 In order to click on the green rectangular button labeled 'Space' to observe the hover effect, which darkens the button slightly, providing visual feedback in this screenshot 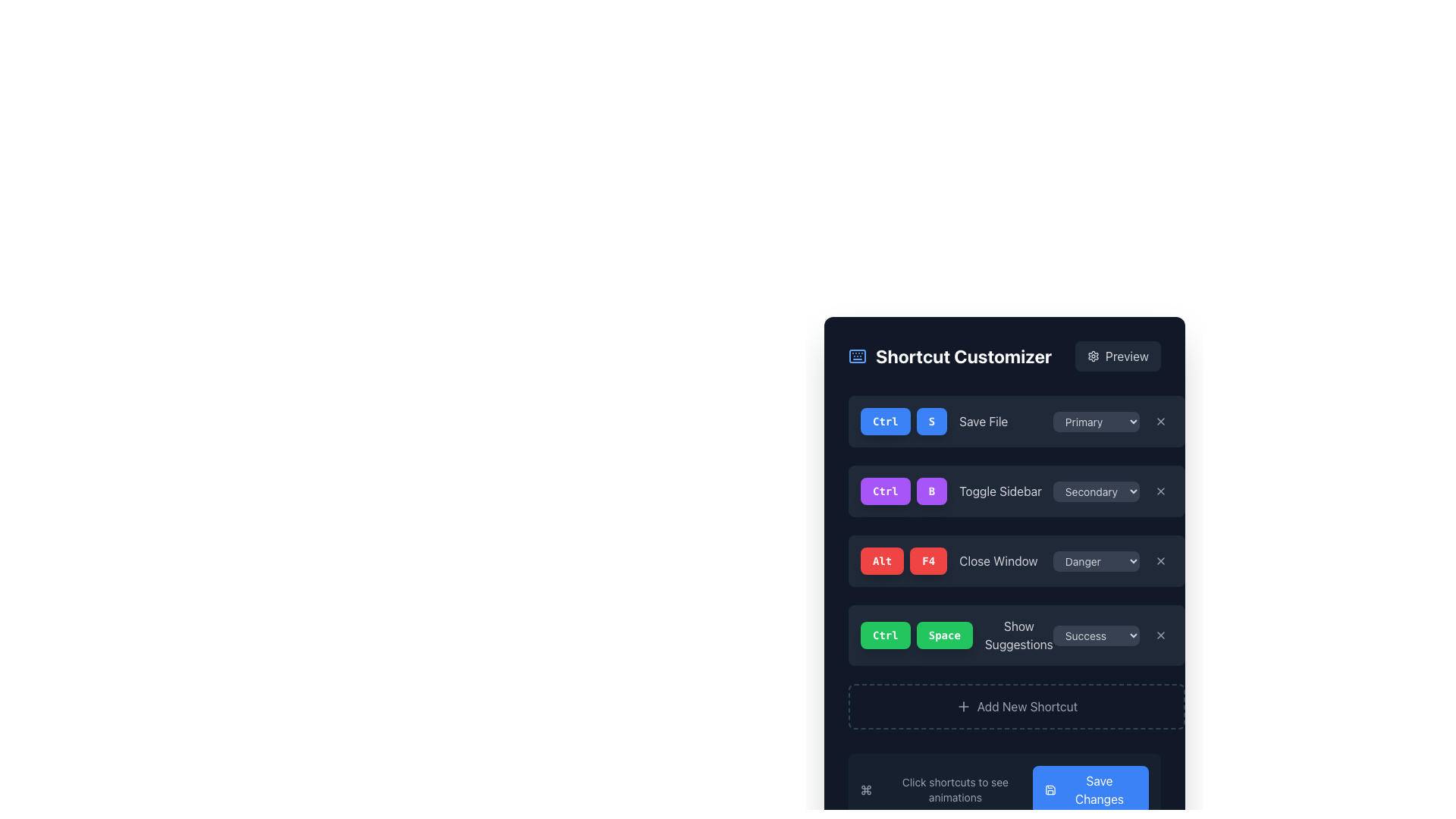, I will do `click(943, 635)`.